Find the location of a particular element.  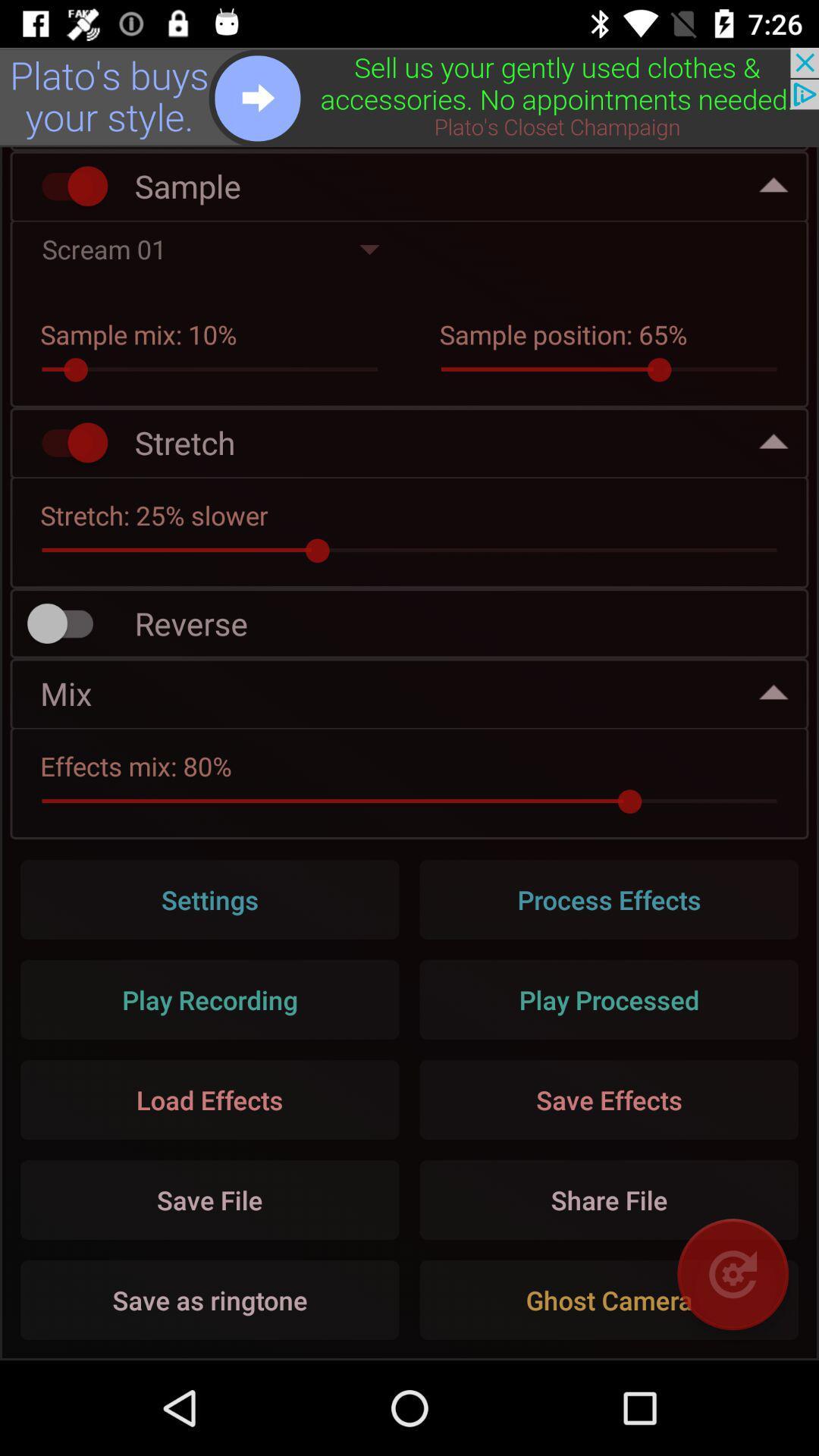

refresh page is located at coordinates (732, 1274).